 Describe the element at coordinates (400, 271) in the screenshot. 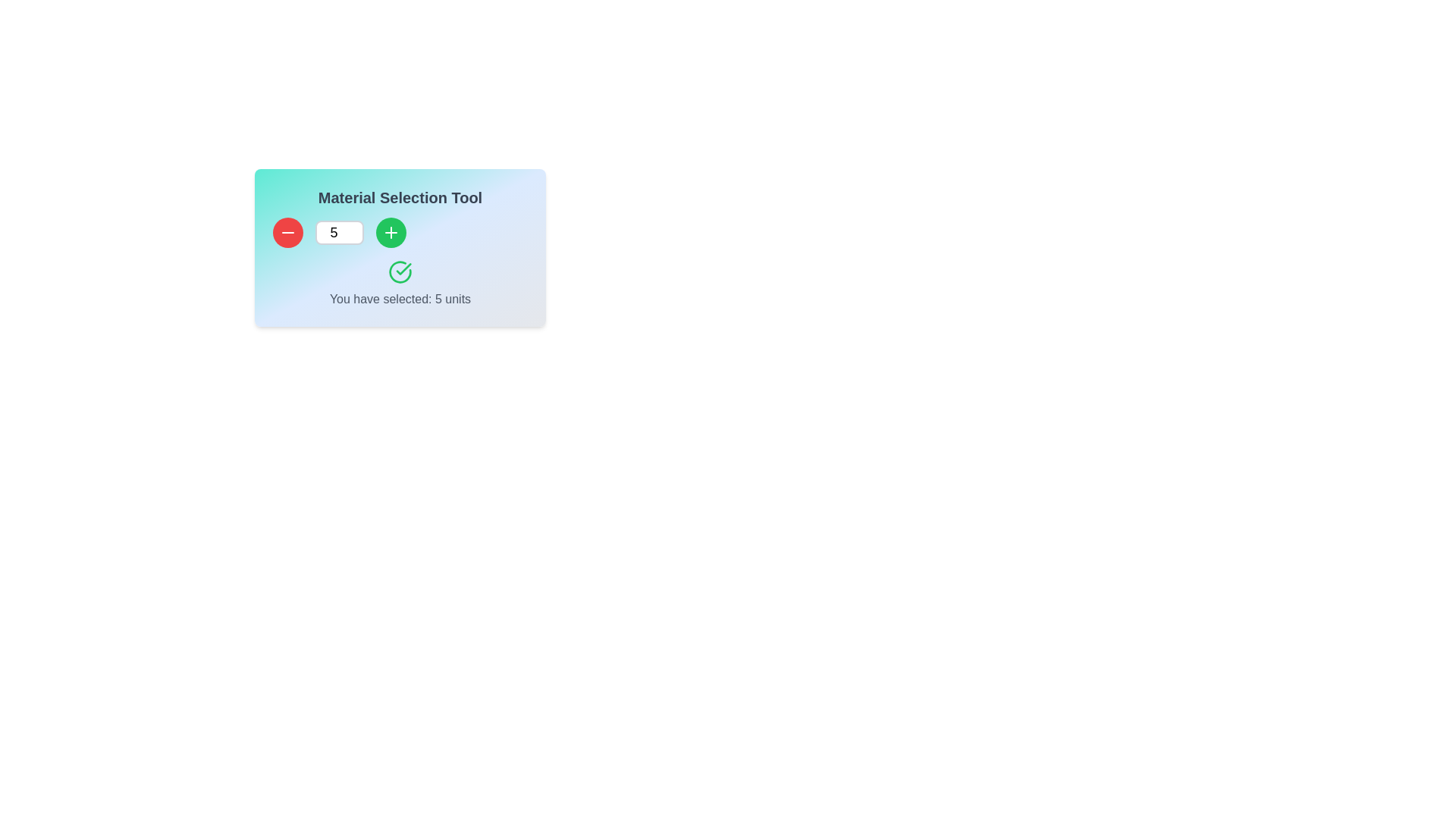

I see `the circular icon displaying a green checkmark, which is positioned above the text 'You have selected: 5 units'` at that location.